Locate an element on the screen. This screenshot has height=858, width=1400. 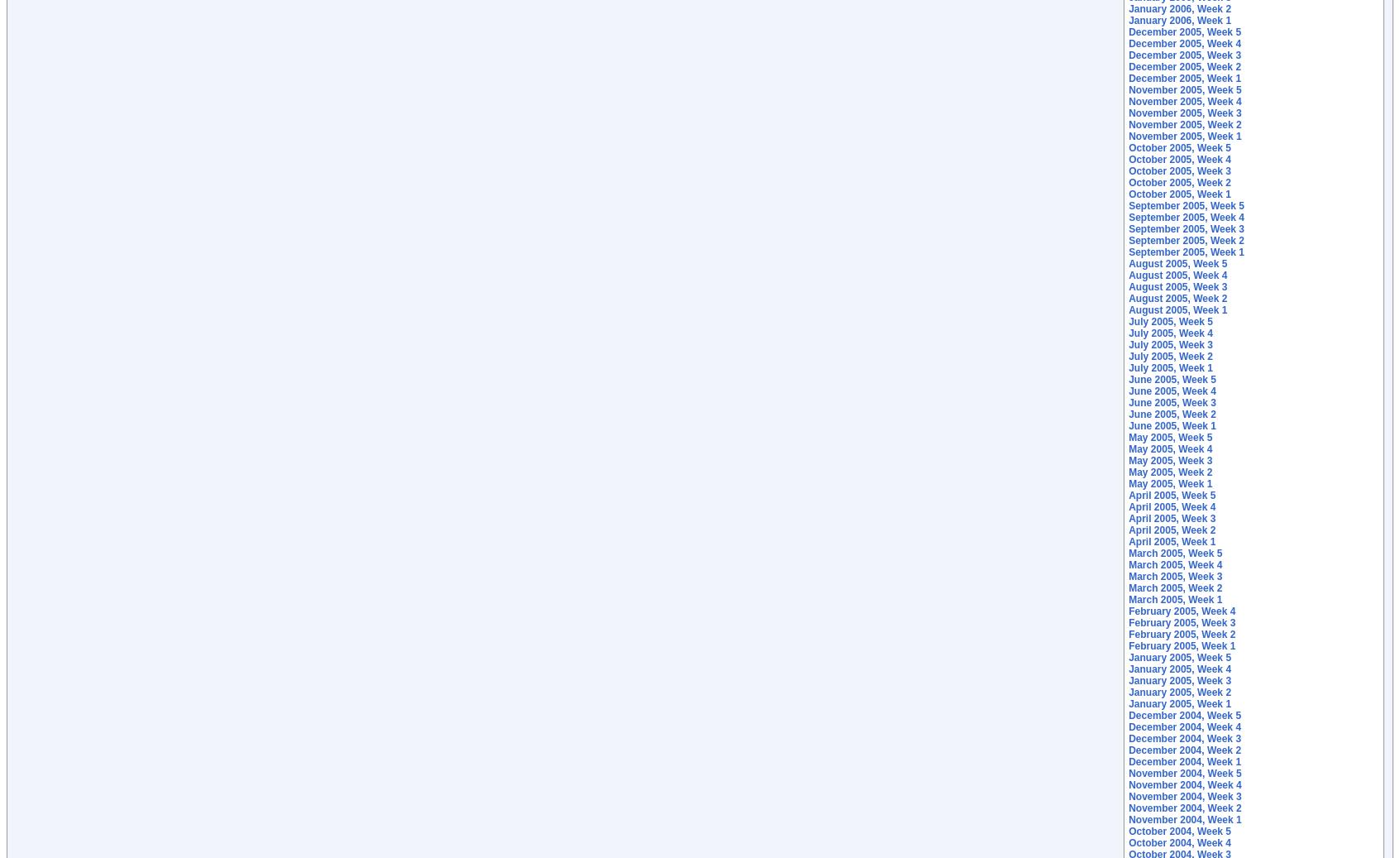
'September 2005, Week 4' is located at coordinates (1185, 216).